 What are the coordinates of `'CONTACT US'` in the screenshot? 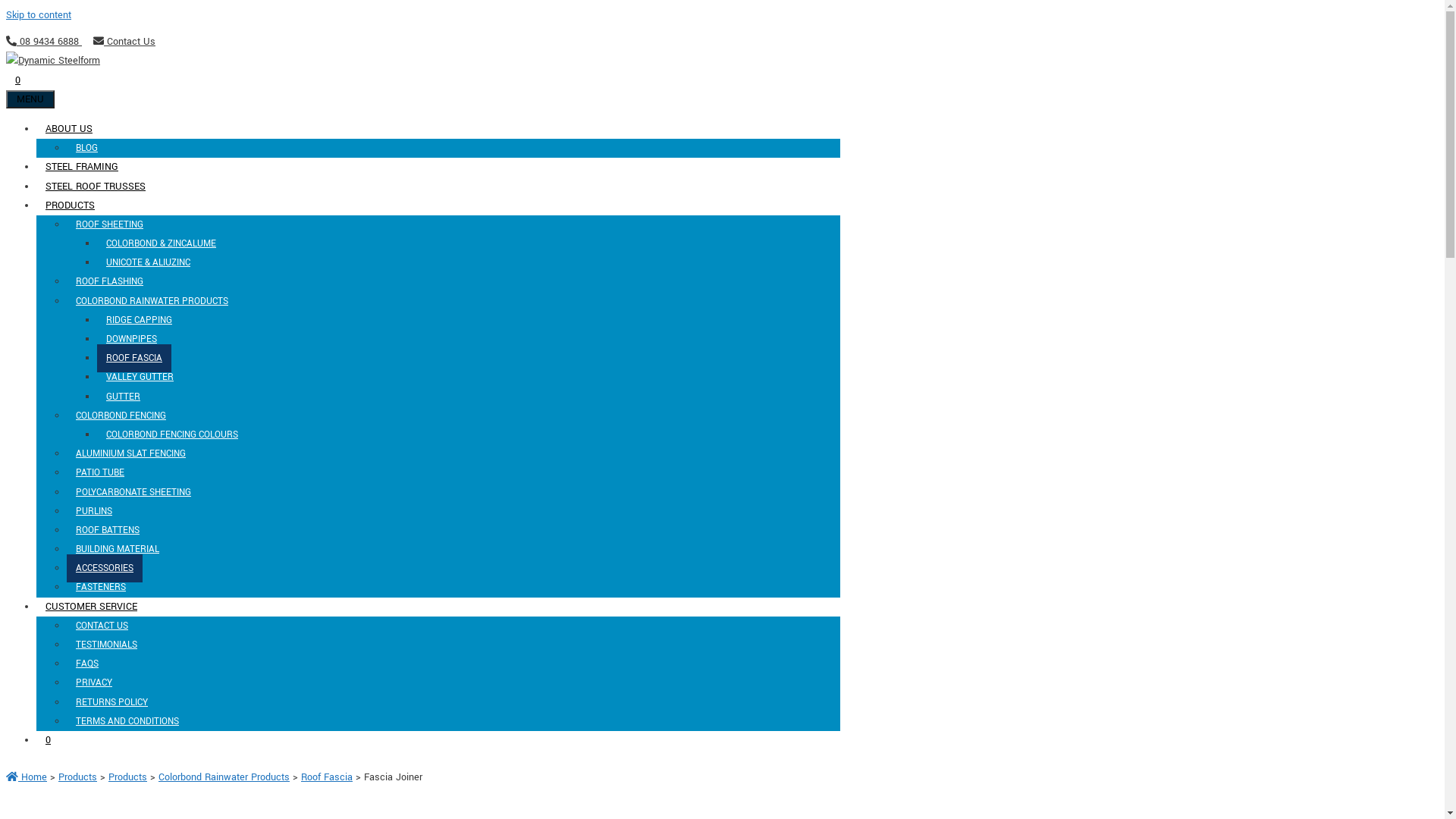 It's located at (101, 626).